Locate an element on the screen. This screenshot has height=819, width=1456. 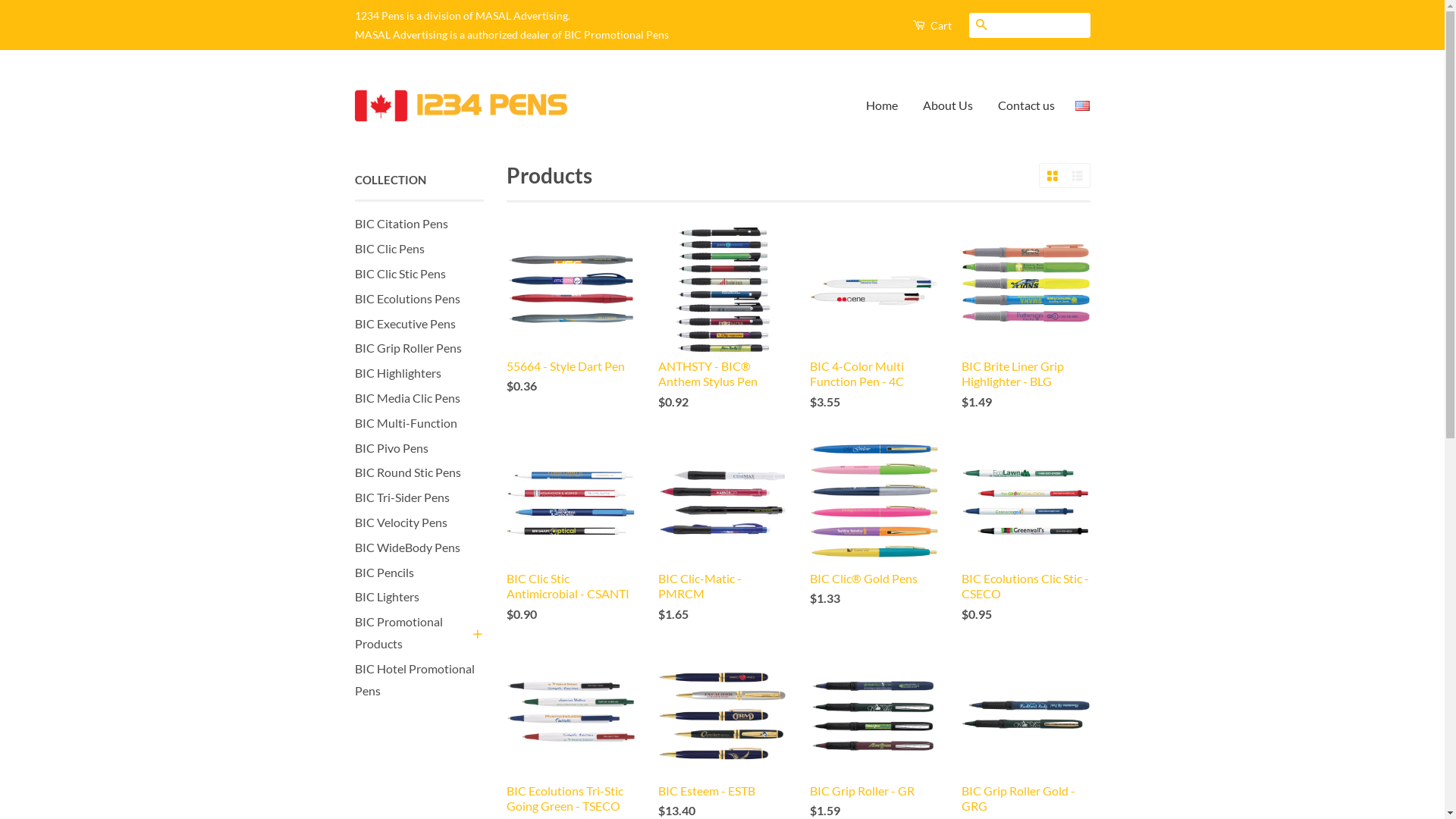
'BIC Media Clic Pens' is located at coordinates (407, 397).